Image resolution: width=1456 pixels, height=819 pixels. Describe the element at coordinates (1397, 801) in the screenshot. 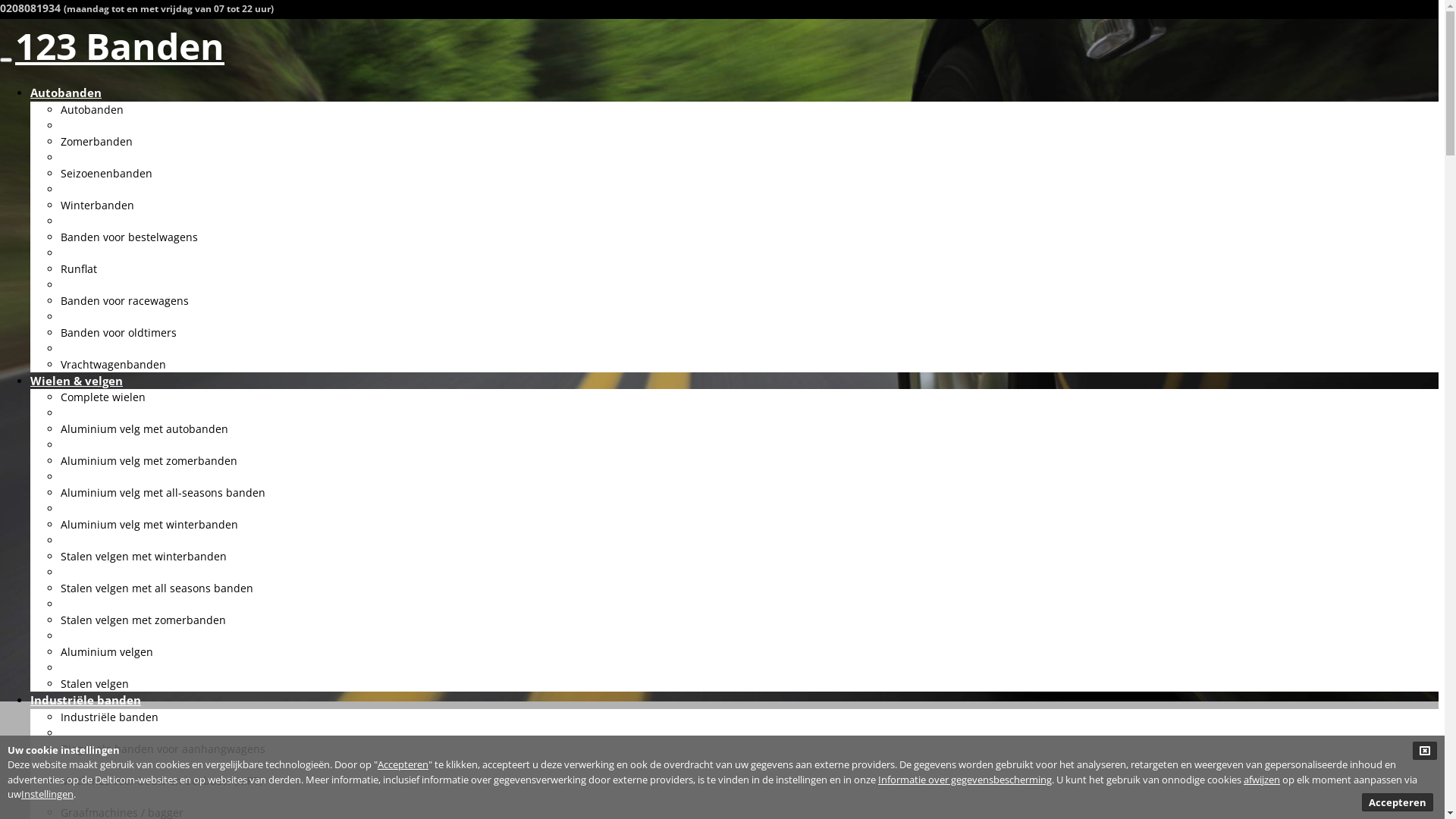

I see `'Accepteren'` at that location.